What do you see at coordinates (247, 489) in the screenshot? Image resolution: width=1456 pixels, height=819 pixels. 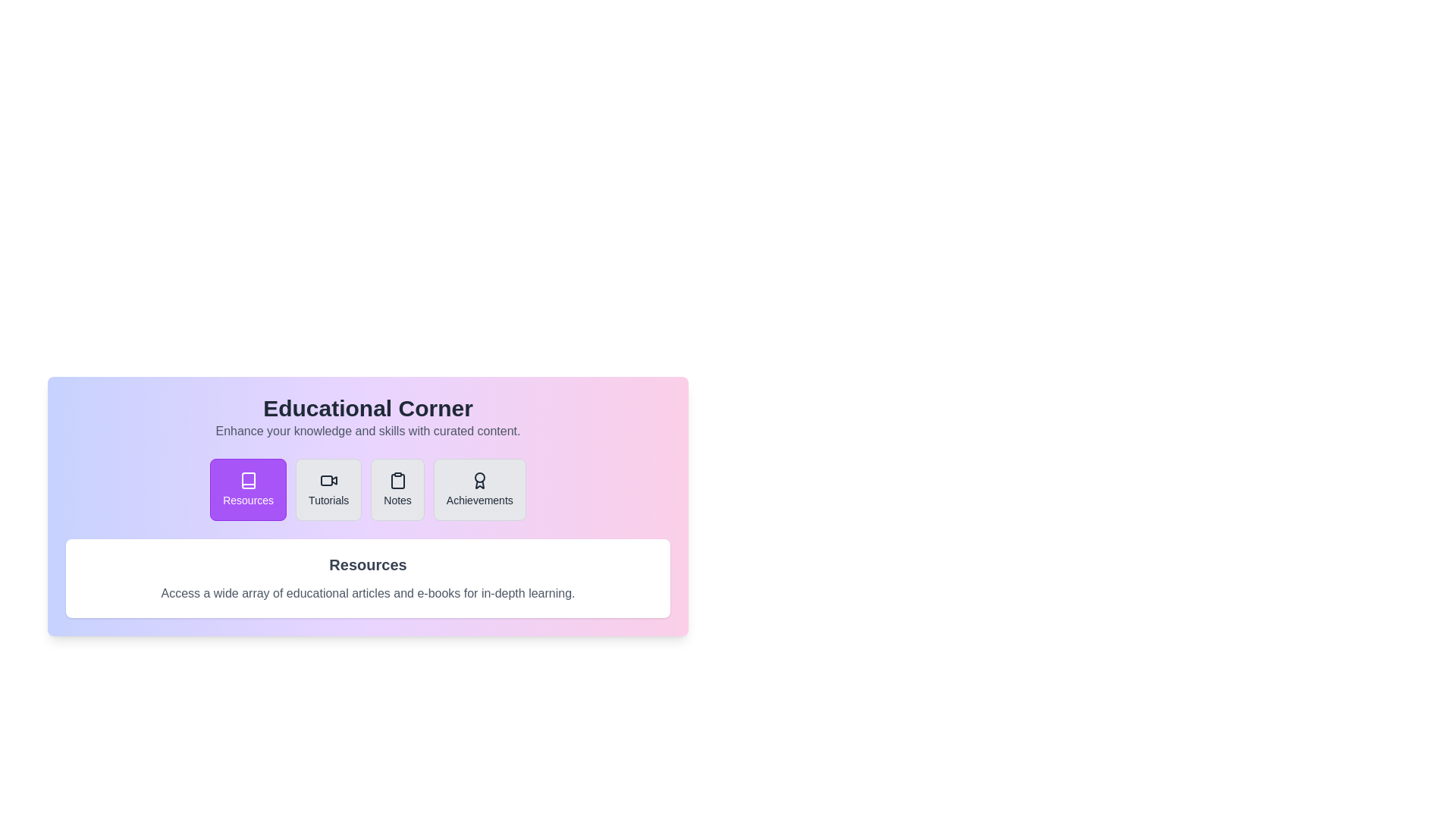 I see `the tab labeled Resources` at bounding box center [247, 489].